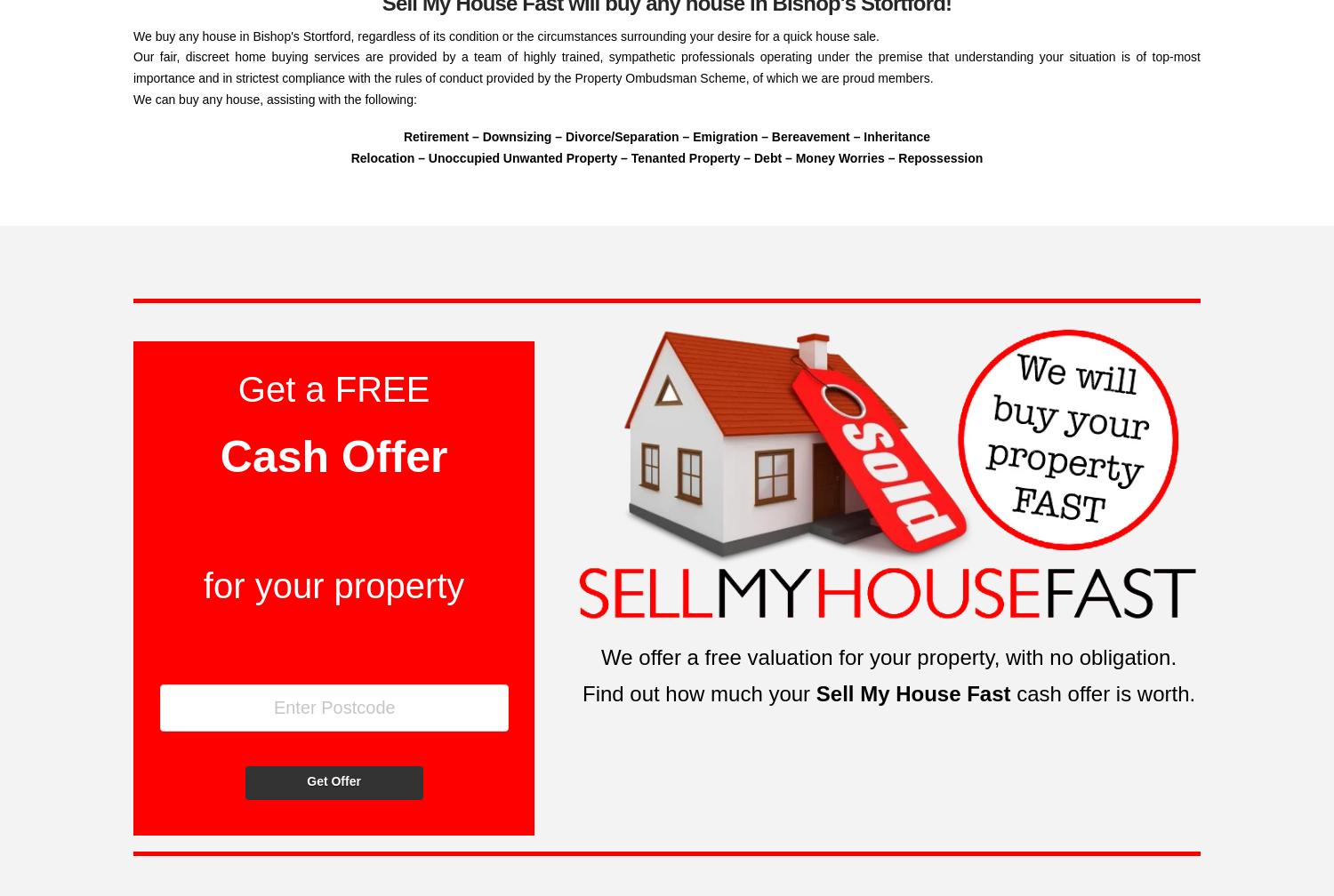  Describe the element at coordinates (665, 137) in the screenshot. I see `'Retirement – Downsizing – Divorce/Separation – Emigration – Bereavement – Inheritance'` at that location.